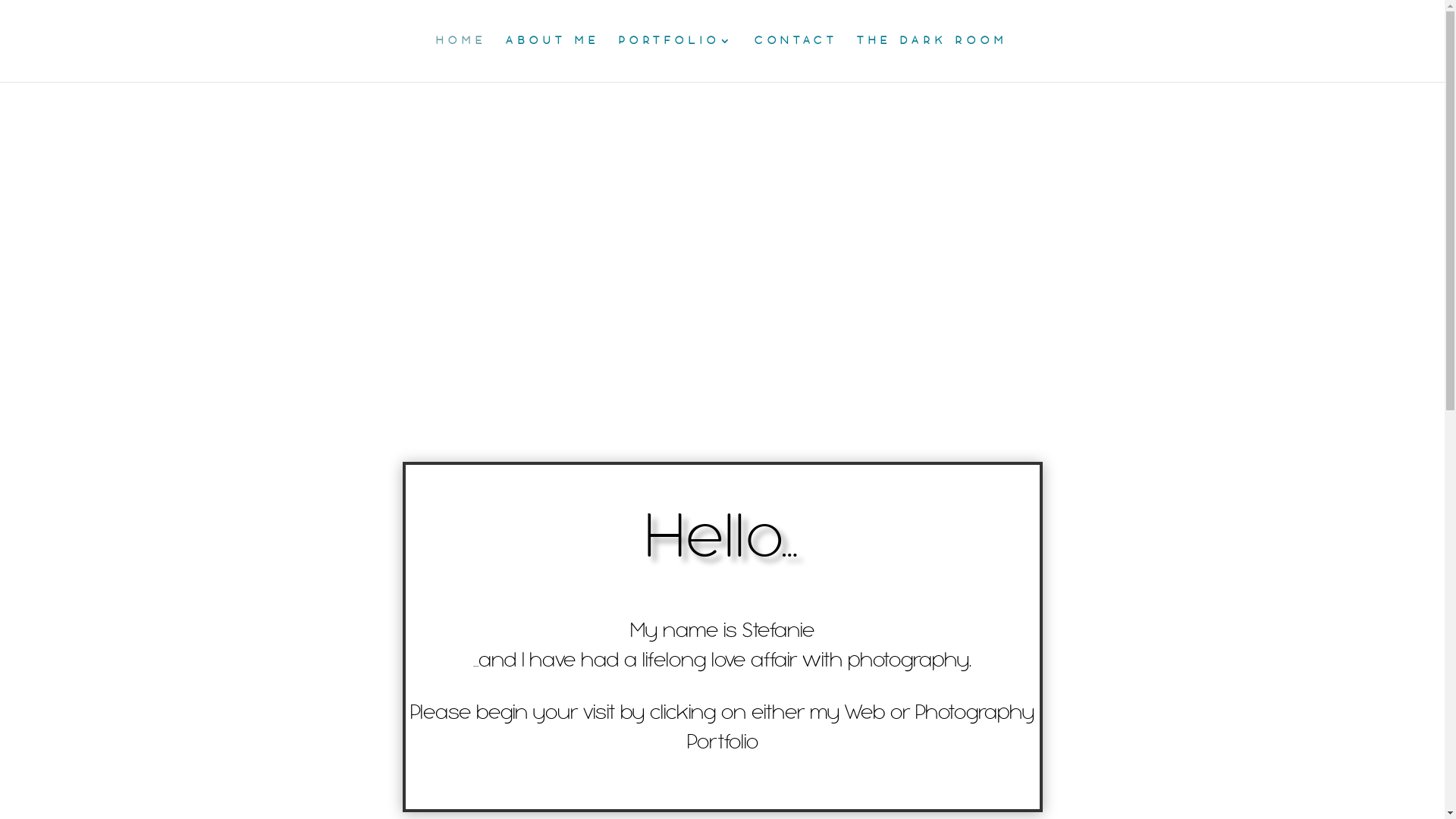 Image resolution: width=1456 pixels, height=819 pixels. What do you see at coordinates (676, 58) in the screenshot?
I see `'PORTFOLIO'` at bounding box center [676, 58].